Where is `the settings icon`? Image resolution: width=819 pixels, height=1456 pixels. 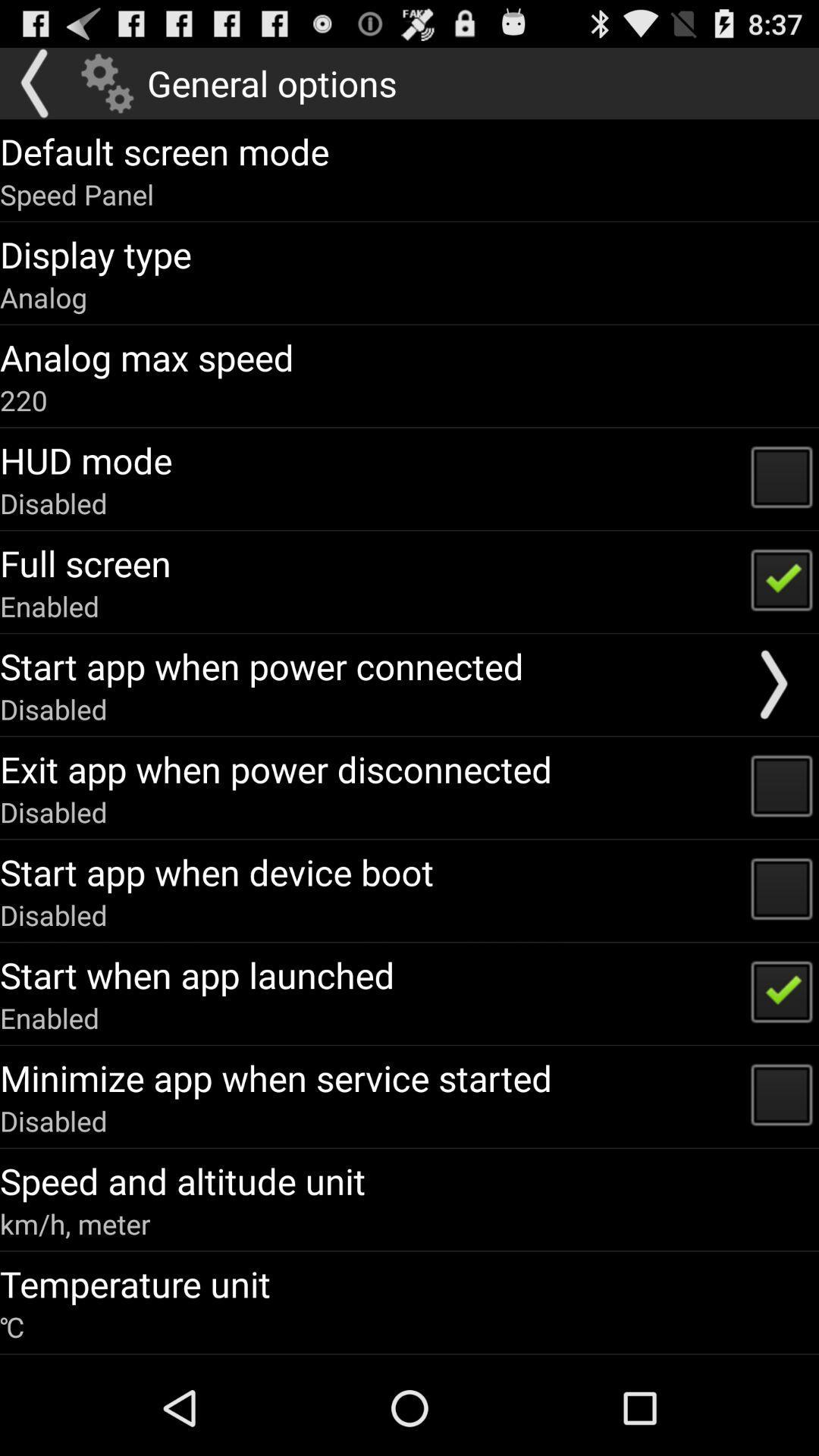
the settings icon is located at coordinates (106, 89).